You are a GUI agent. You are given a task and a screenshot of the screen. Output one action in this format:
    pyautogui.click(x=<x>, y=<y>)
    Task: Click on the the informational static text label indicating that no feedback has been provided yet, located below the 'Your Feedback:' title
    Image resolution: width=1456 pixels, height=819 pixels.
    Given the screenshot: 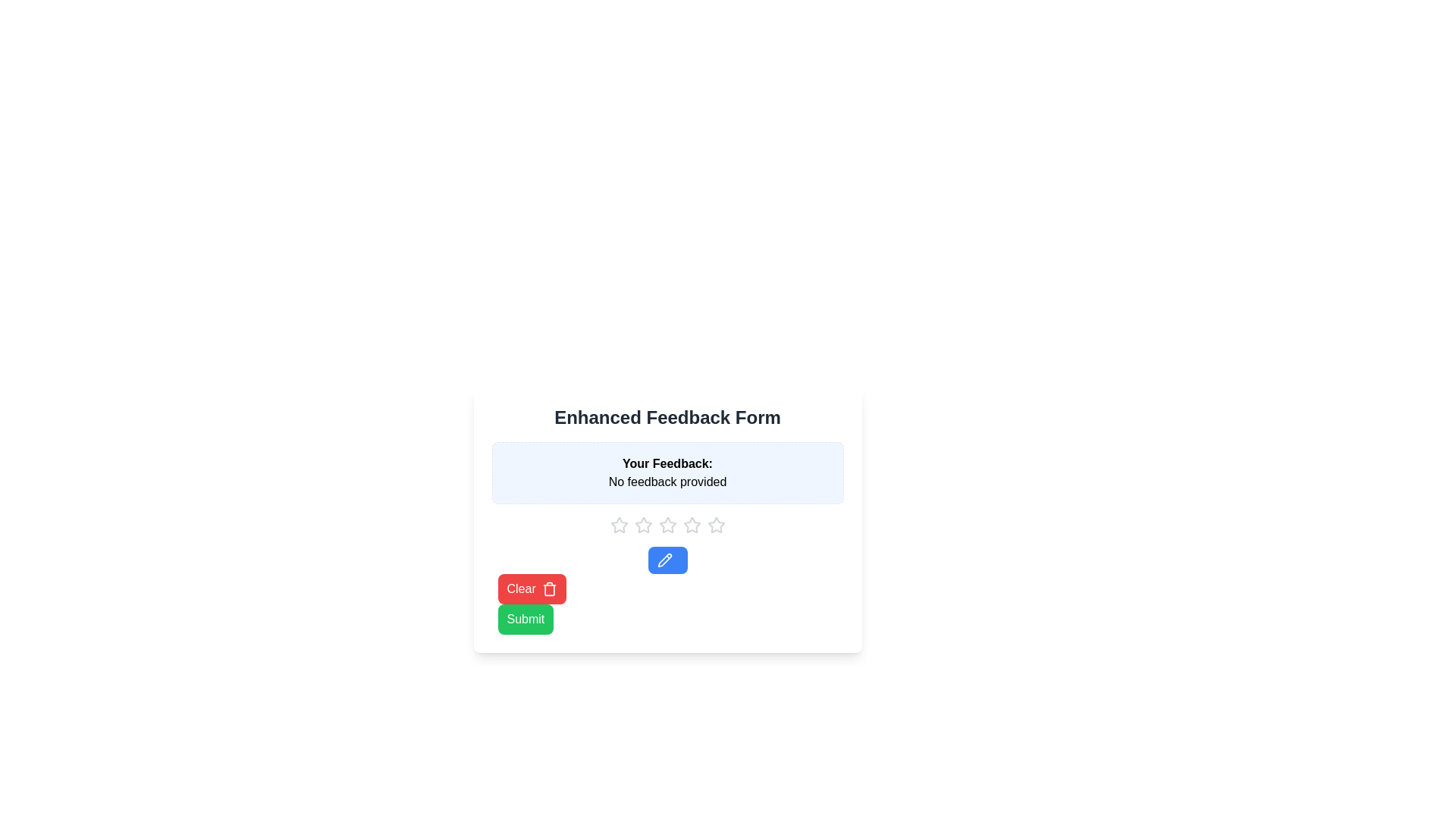 What is the action you would take?
    pyautogui.click(x=667, y=482)
    